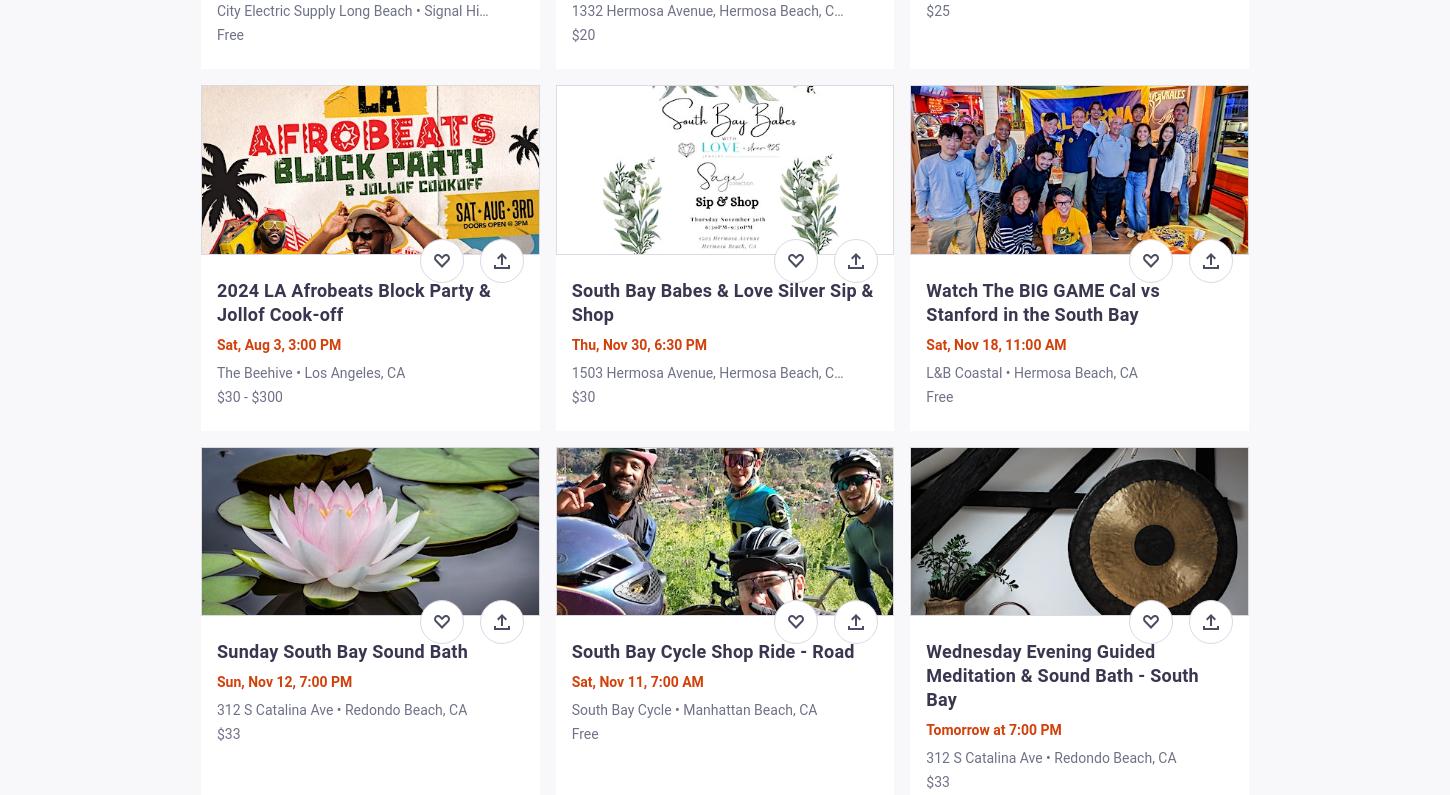 This screenshot has height=795, width=1450. What do you see at coordinates (352, 19) in the screenshot?
I see `'City Electric Supply Long Beach • Signal Hill, CA'` at bounding box center [352, 19].